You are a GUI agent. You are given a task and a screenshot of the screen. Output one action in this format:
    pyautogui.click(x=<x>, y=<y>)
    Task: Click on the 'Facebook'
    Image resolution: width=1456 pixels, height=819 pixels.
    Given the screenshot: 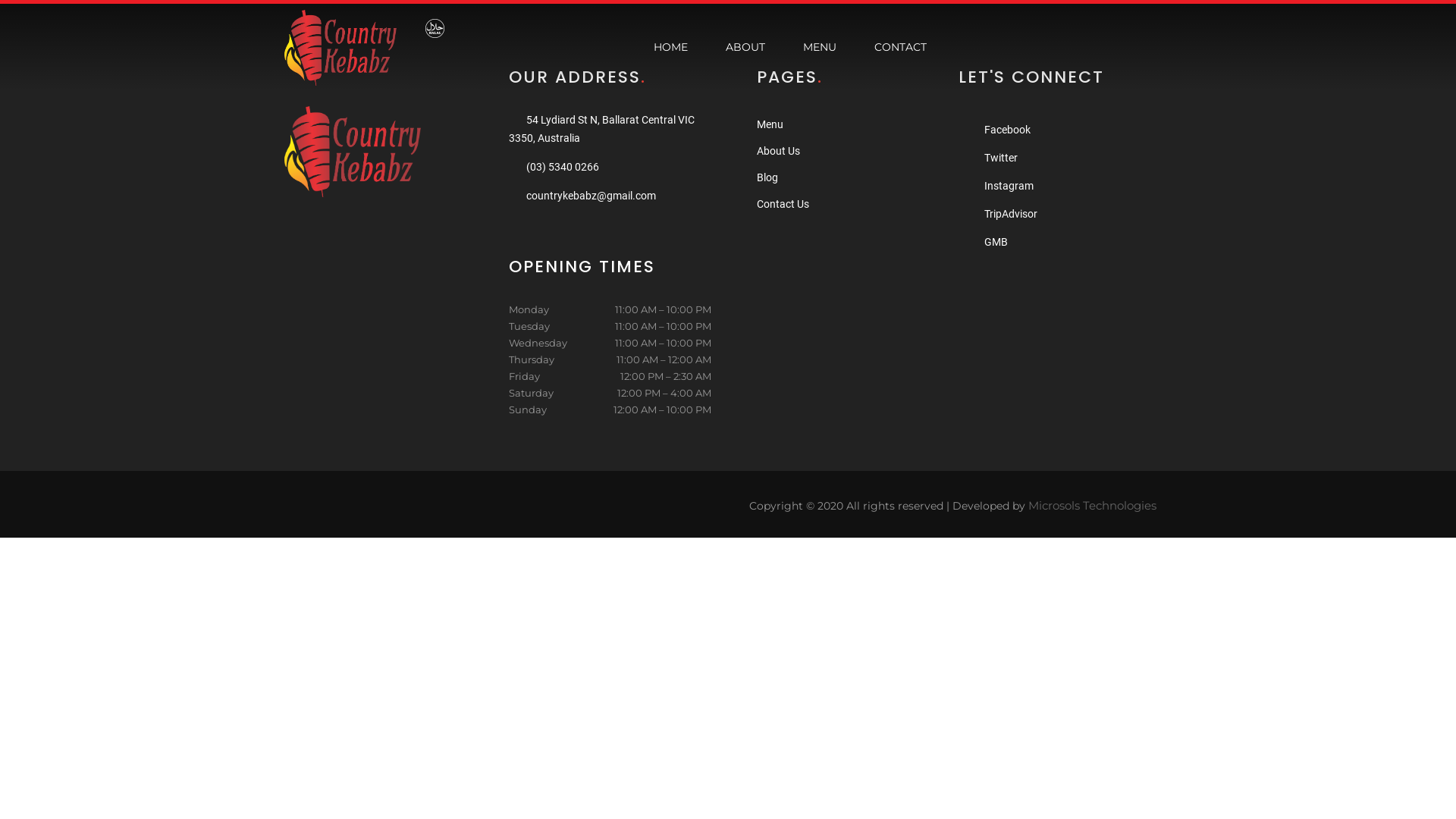 What is the action you would take?
    pyautogui.click(x=1007, y=128)
    